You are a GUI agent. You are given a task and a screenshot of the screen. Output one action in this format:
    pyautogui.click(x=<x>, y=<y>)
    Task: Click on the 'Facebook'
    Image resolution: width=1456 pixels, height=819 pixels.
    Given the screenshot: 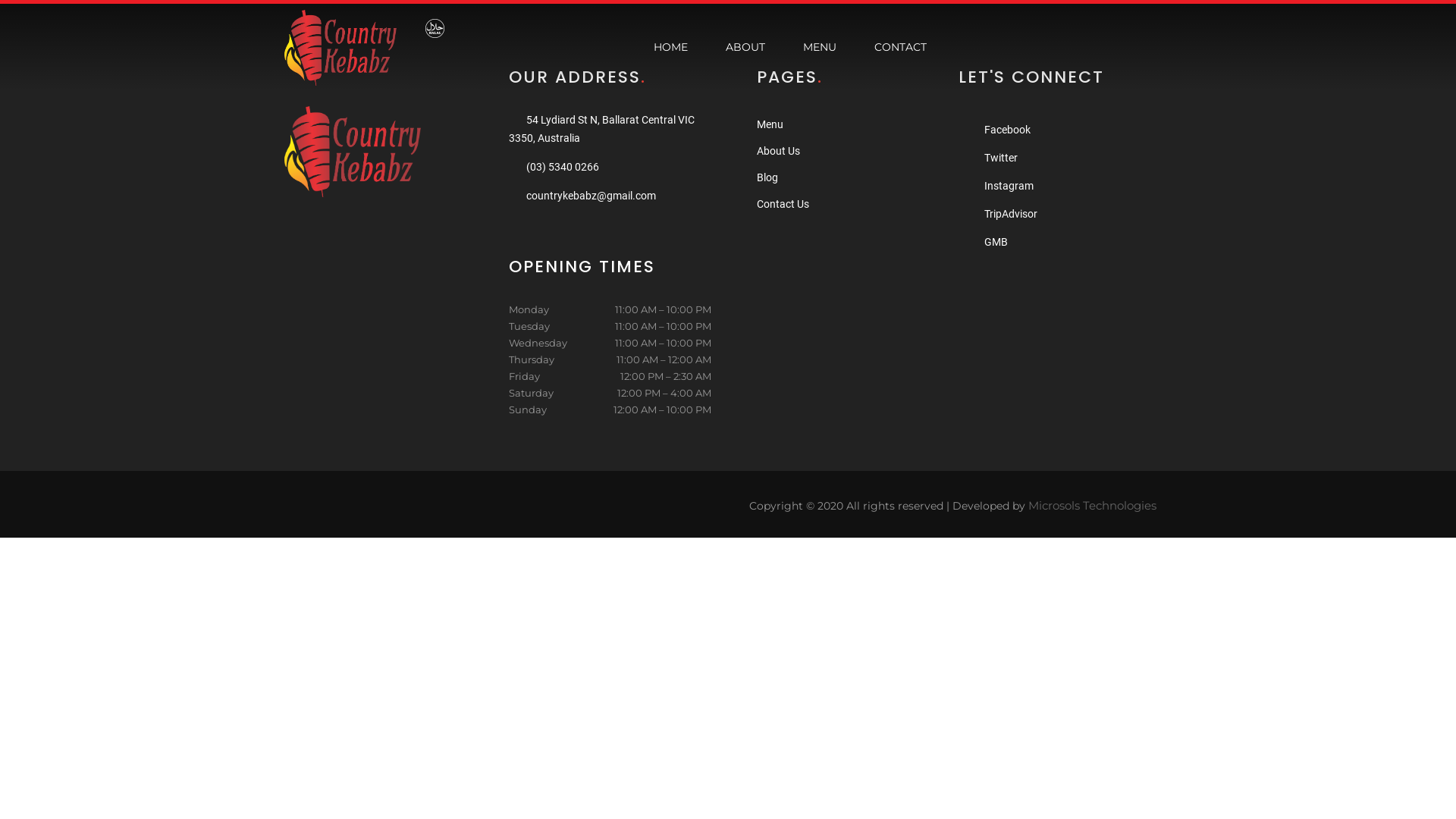 What is the action you would take?
    pyautogui.click(x=1007, y=128)
    